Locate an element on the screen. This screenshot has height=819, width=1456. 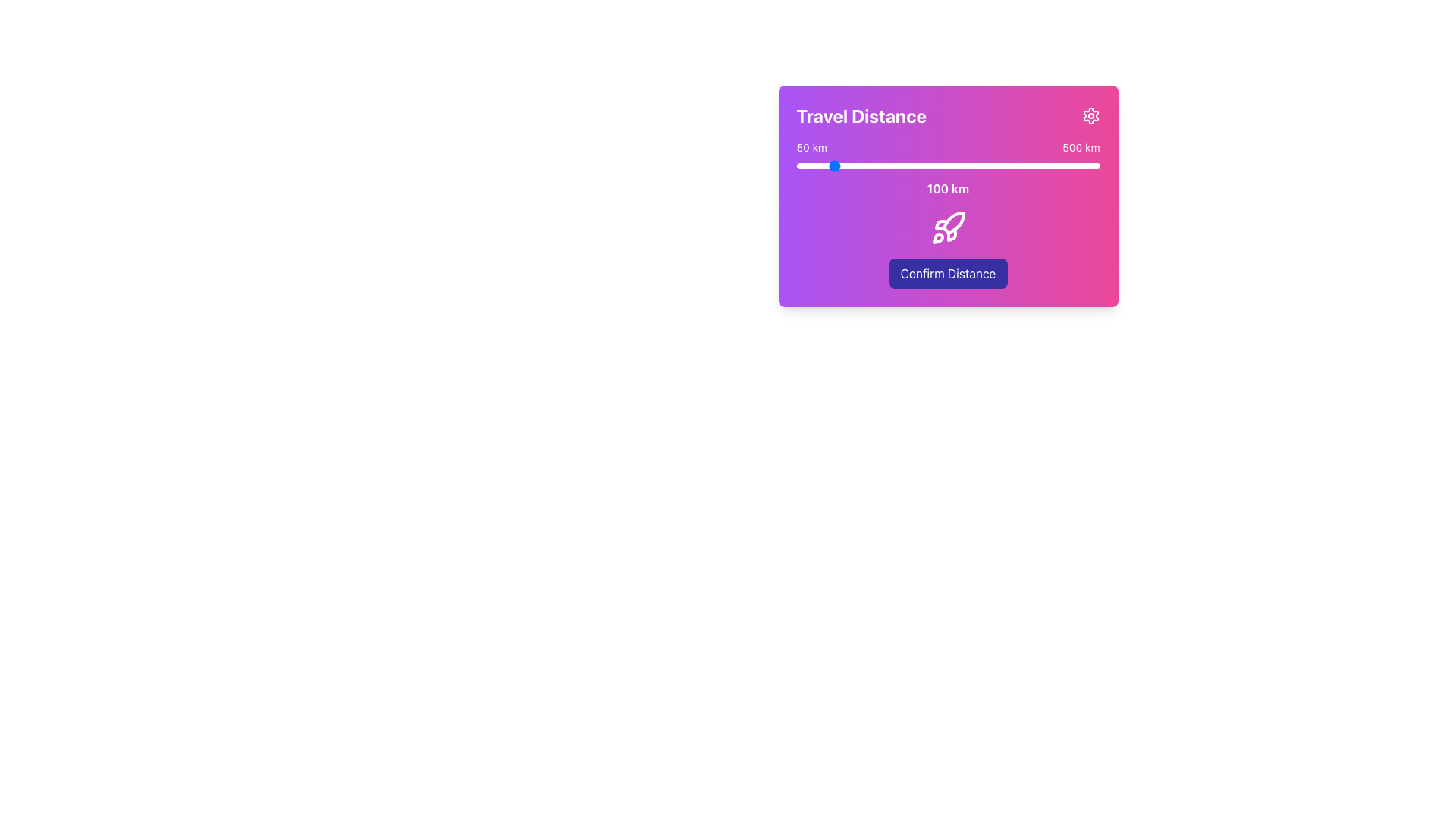
the travel distance is located at coordinates (1015, 166).